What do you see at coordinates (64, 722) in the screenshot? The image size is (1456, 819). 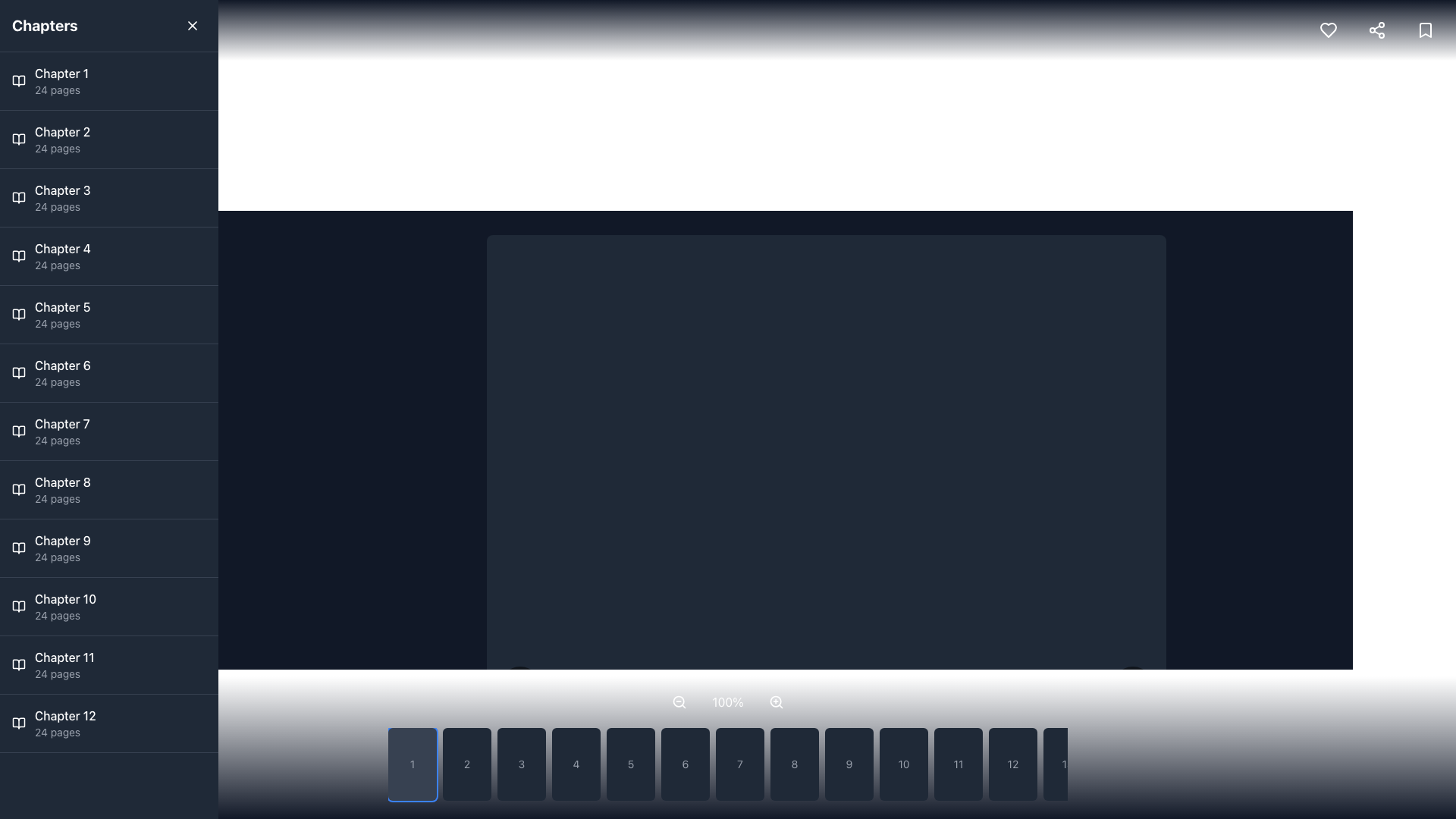 I see `the Textblock displaying information about Chapter 12 in the sidebar list of chapters` at bounding box center [64, 722].